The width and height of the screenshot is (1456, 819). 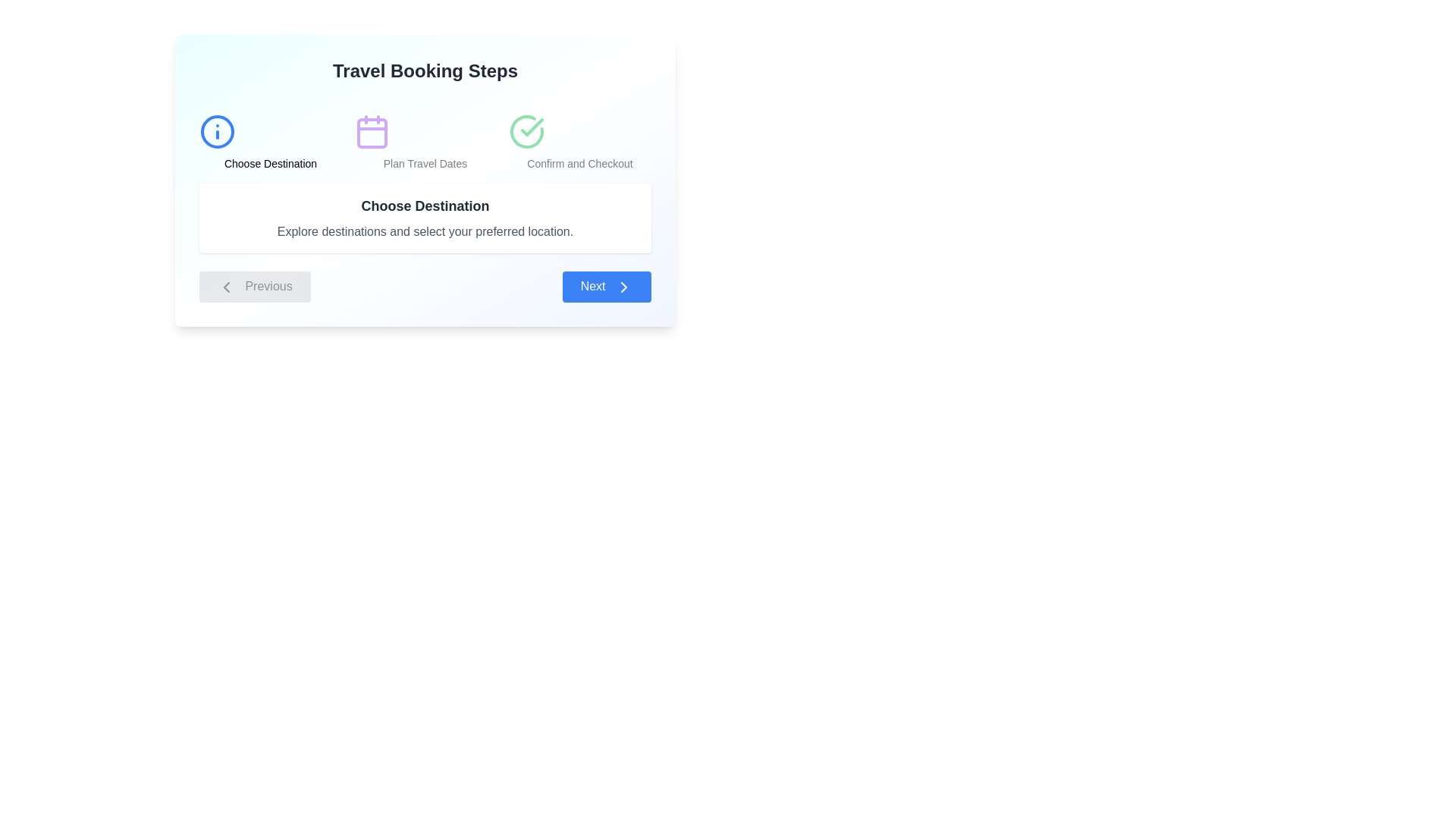 What do you see at coordinates (372, 133) in the screenshot?
I see `the main body of the calendar icon, which is the second icon from the left in a series of step icons at the top of the interface` at bounding box center [372, 133].